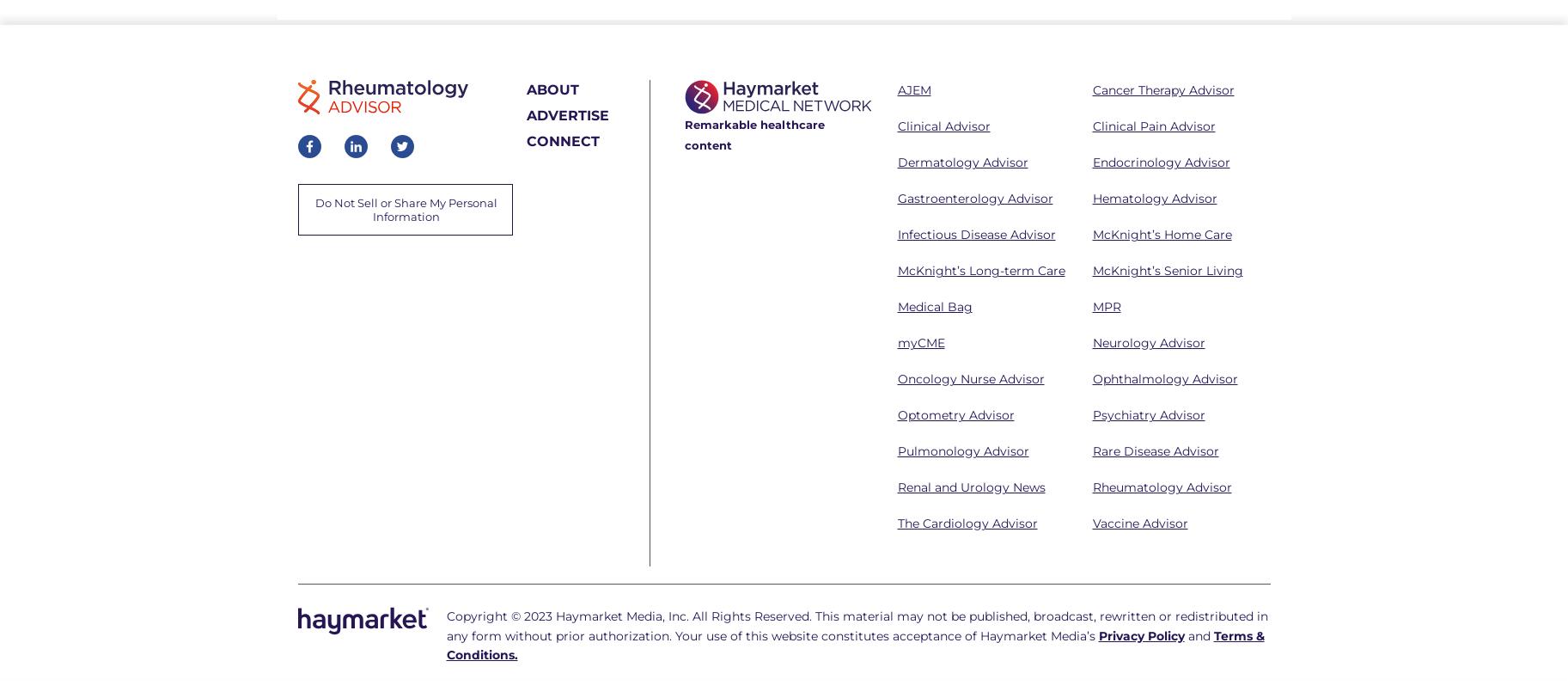 The width and height of the screenshot is (1568, 698). Describe the element at coordinates (966, 523) in the screenshot. I see `'The Cardiology Advisor'` at that location.